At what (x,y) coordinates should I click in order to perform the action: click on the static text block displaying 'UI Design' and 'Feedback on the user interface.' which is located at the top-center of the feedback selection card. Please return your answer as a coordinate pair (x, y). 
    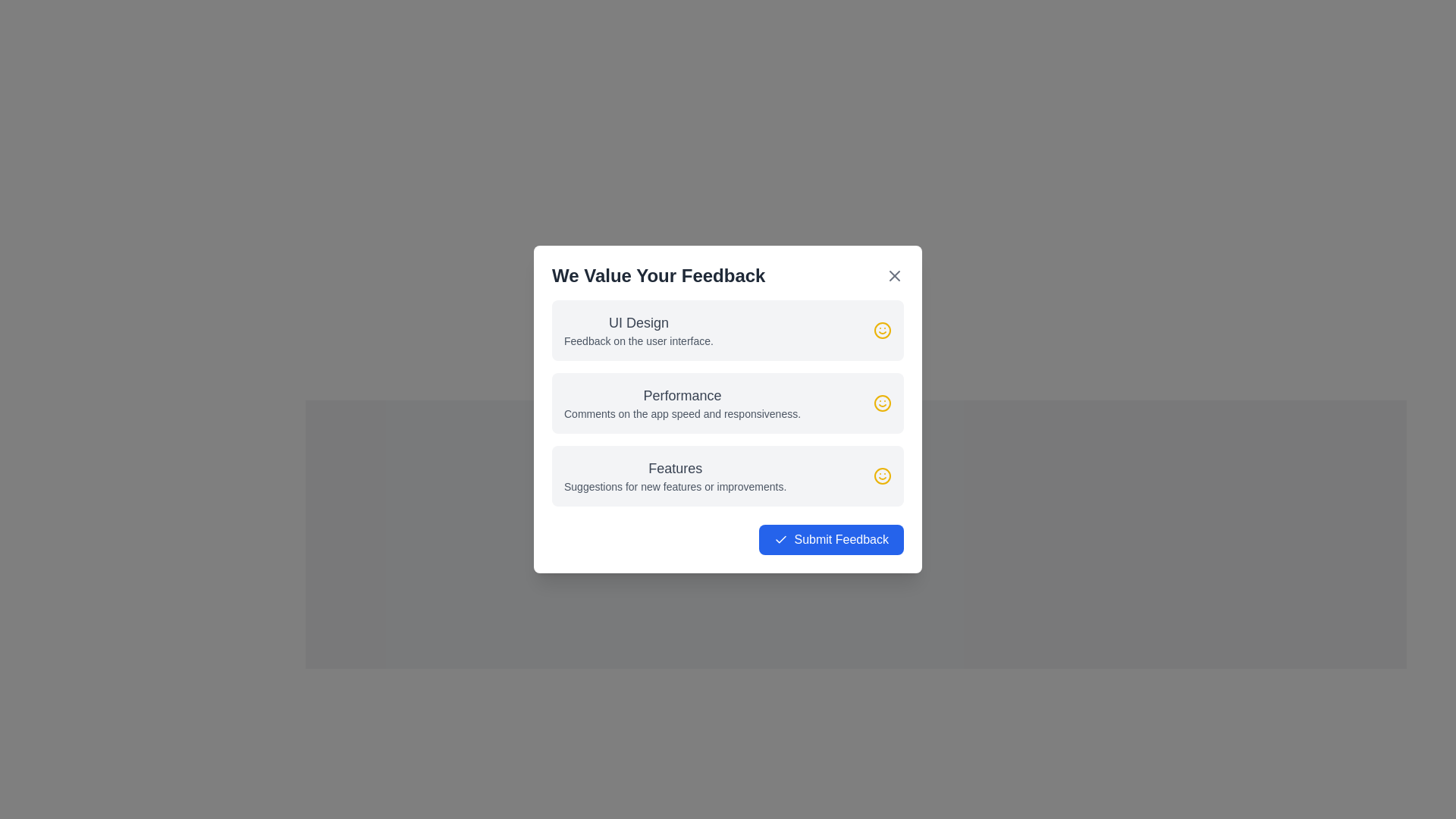
    Looking at the image, I should click on (639, 329).